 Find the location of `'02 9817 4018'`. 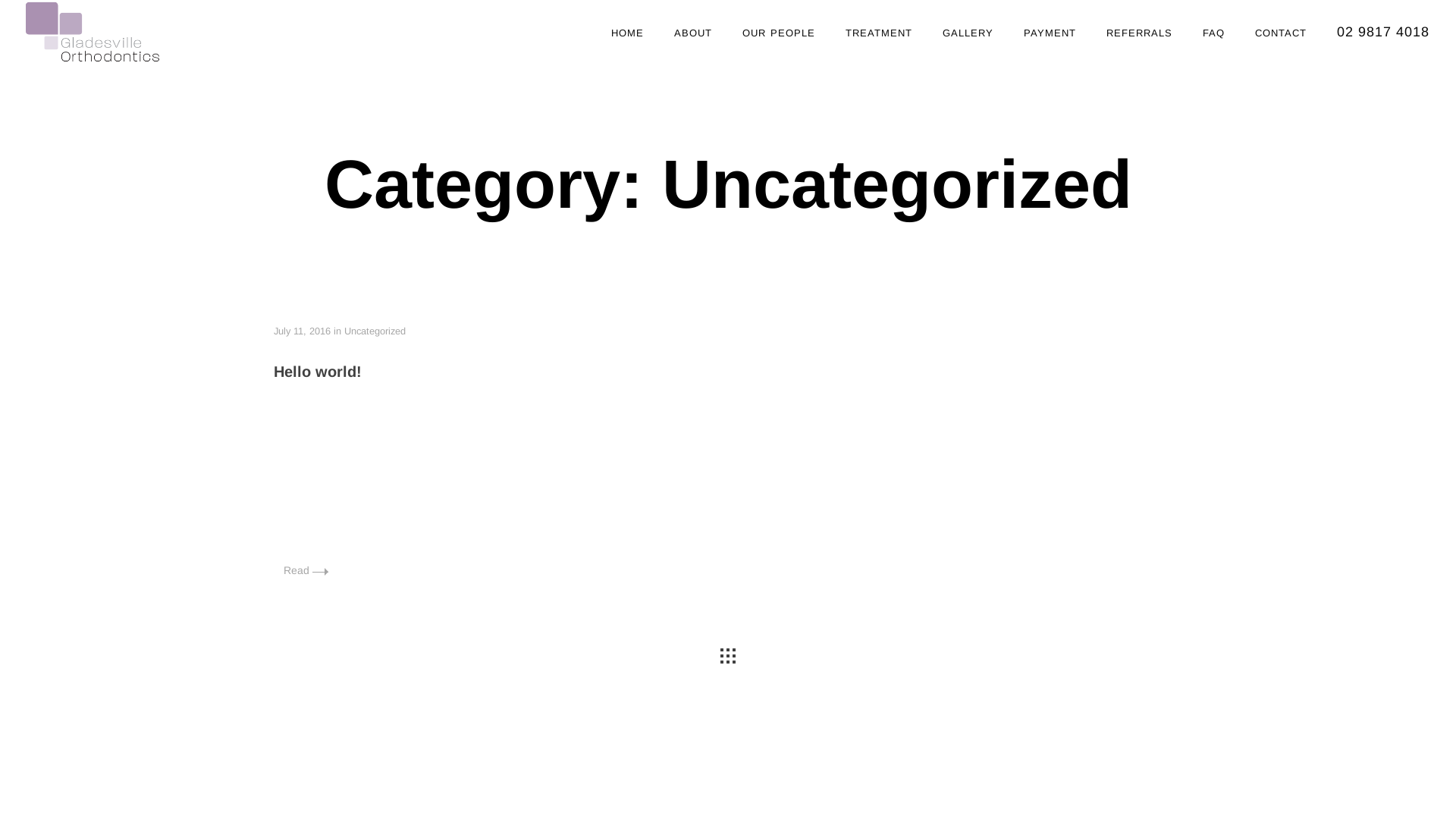

'02 9817 4018' is located at coordinates (1383, 32).